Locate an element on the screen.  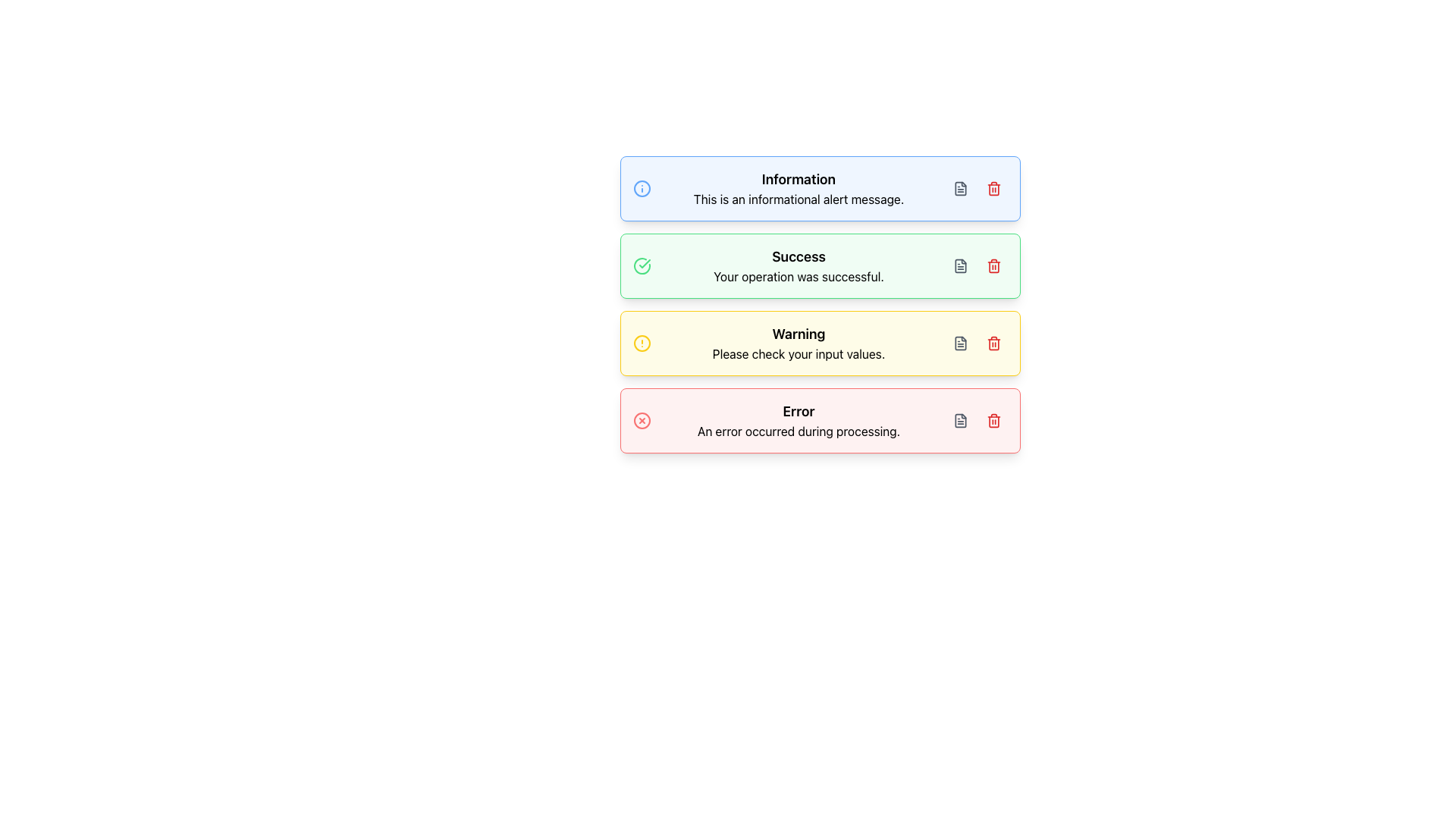
success notification message displayed in the Text Label, which is the second item in the vertical list of notifications, situated between the blue 'Information' notification and the yellow 'Warning' notification is located at coordinates (798, 265).